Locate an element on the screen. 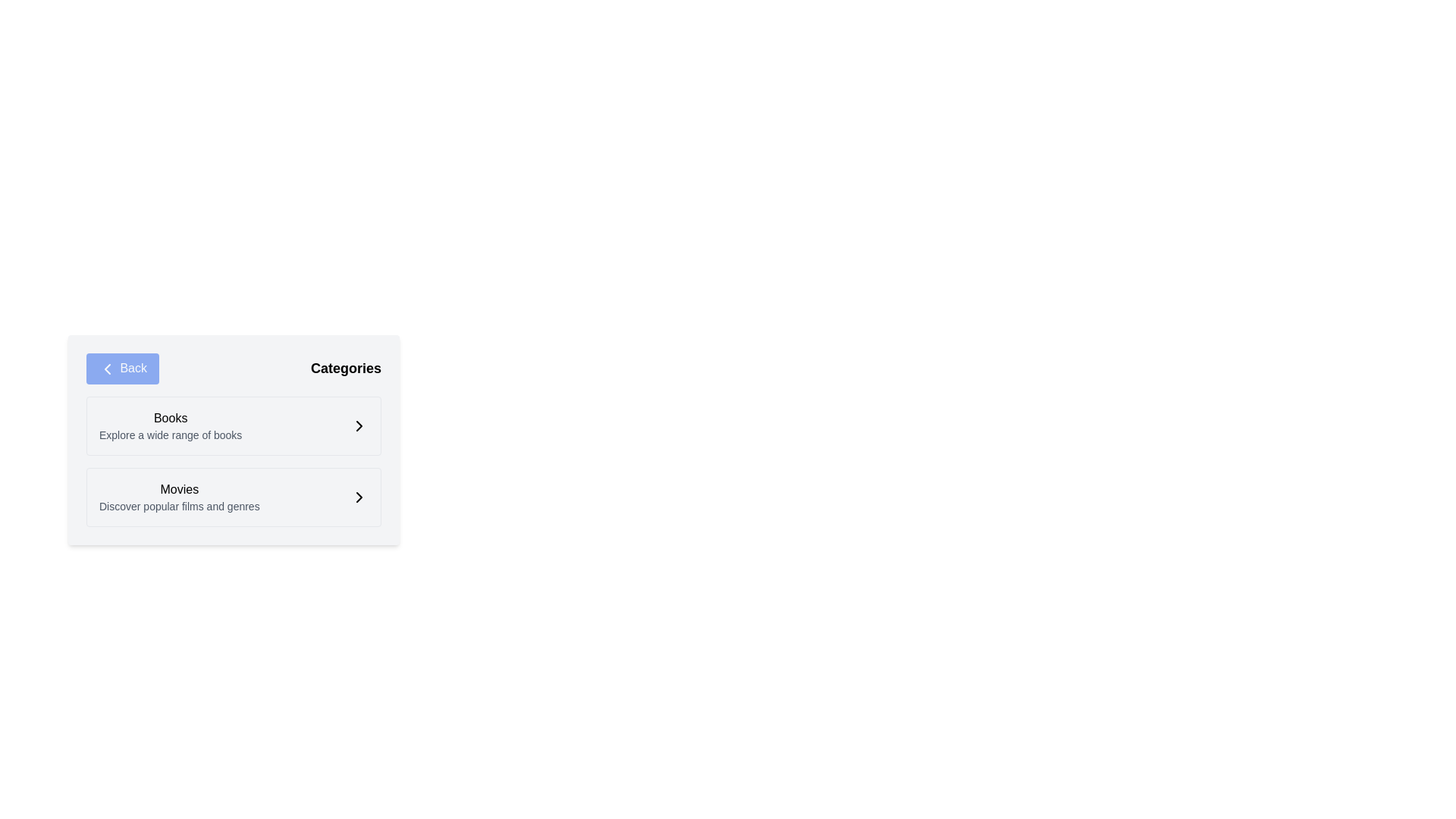 This screenshot has width=1456, height=819. the first selectable category item located beneath the title 'Categories' is located at coordinates (233, 425).